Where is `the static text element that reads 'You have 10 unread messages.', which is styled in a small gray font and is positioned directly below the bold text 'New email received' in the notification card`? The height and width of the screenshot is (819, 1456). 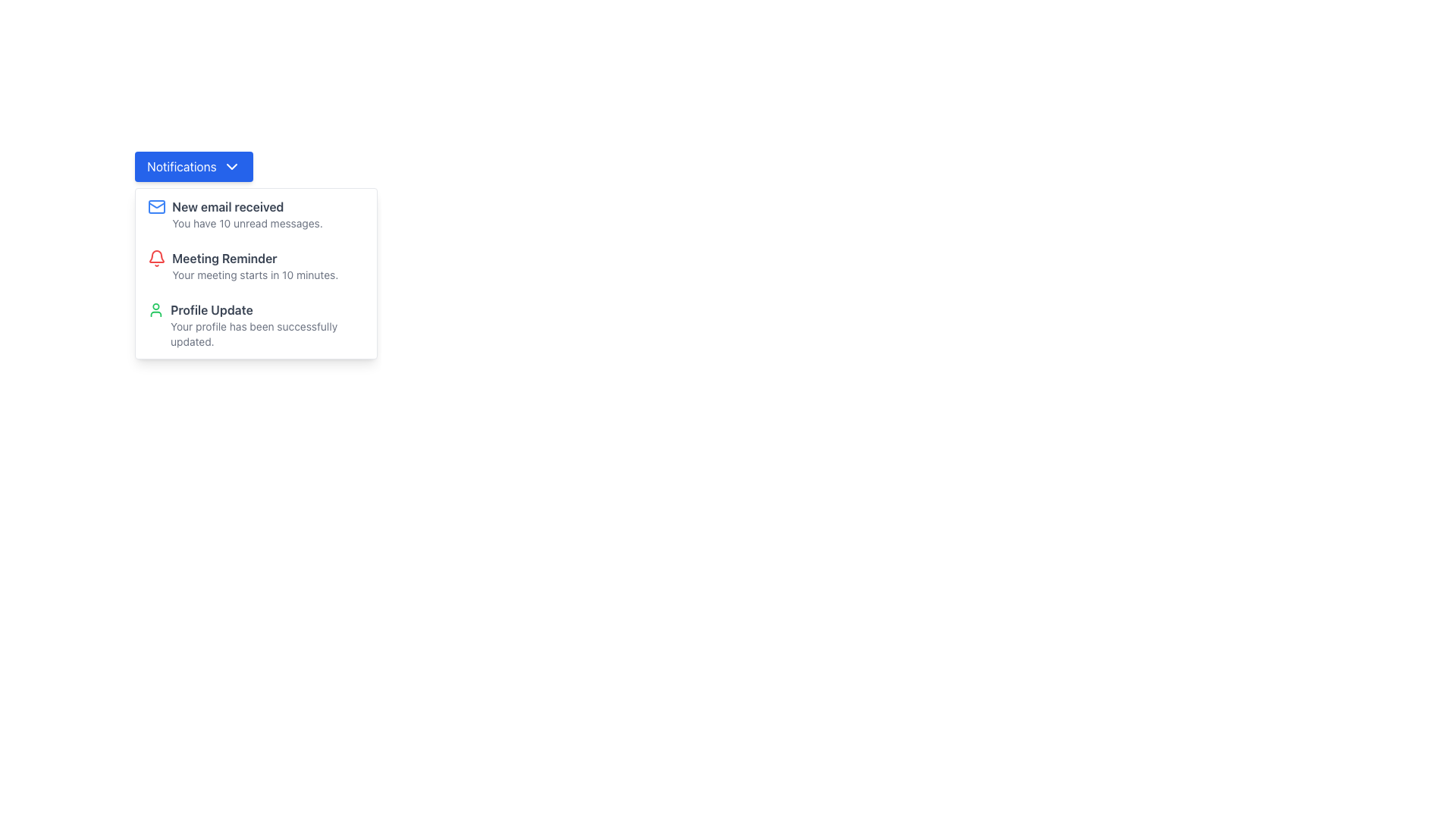 the static text element that reads 'You have 10 unread messages.', which is styled in a small gray font and is positioned directly below the bold text 'New email received' in the notification card is located at coordinates (247, 223).